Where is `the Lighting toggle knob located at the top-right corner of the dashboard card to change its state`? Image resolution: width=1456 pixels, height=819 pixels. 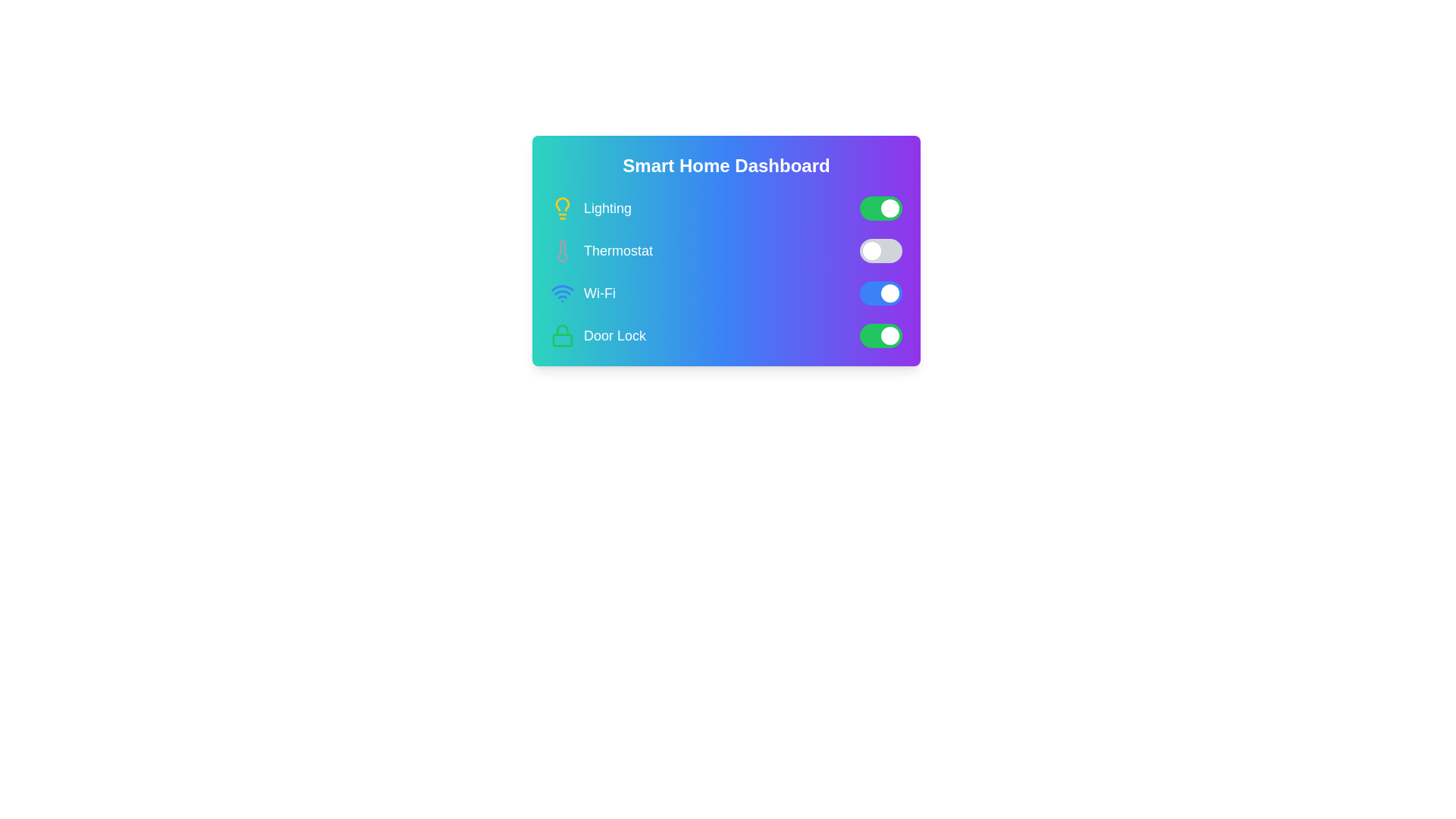 the Lighting toggle knob located at the top-right corner of the dashboard card to change its state is located at coordinates (890, 208).